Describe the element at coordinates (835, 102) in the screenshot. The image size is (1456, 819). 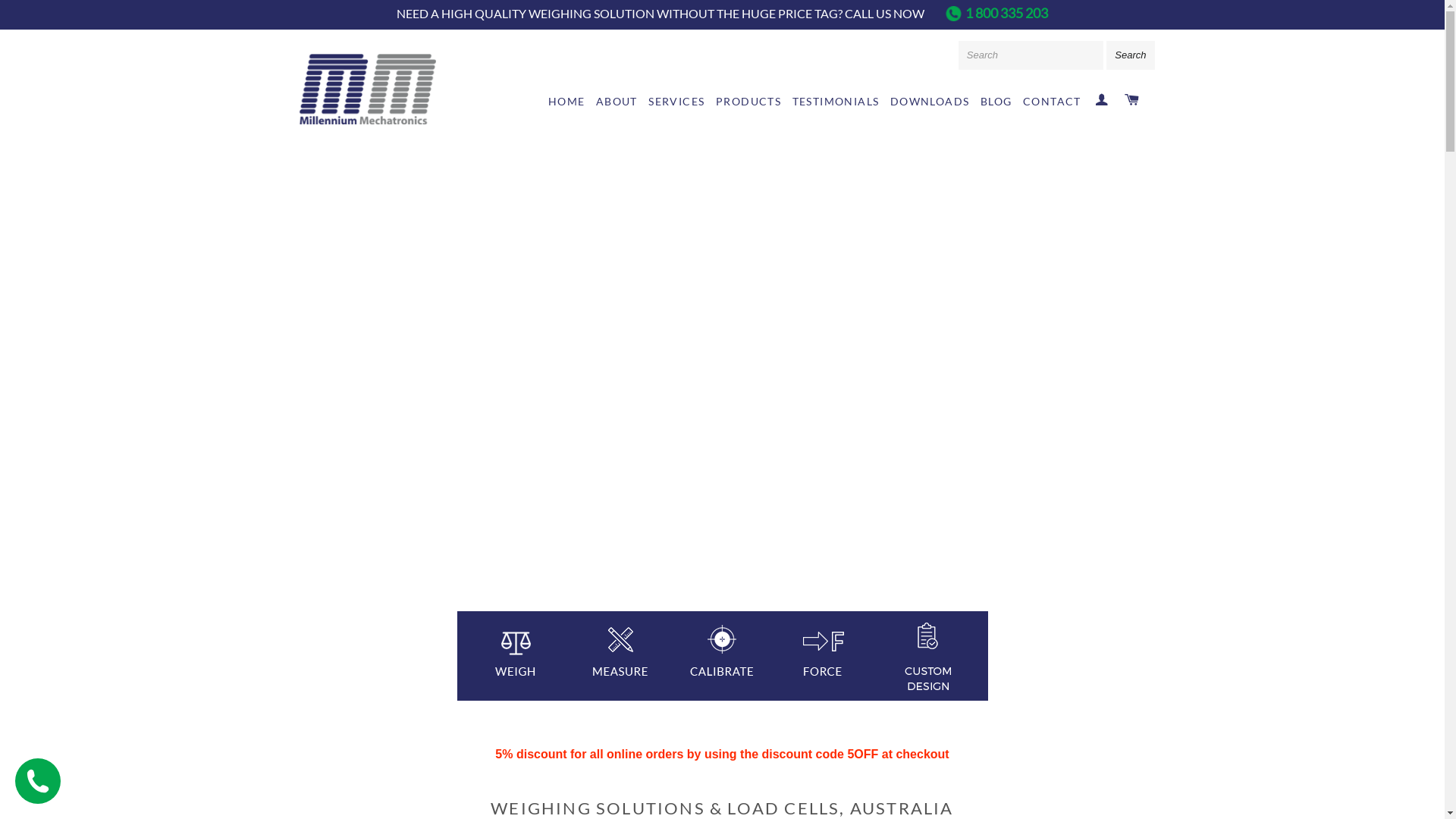
I see `'TESTIMONIALS'` at that location.